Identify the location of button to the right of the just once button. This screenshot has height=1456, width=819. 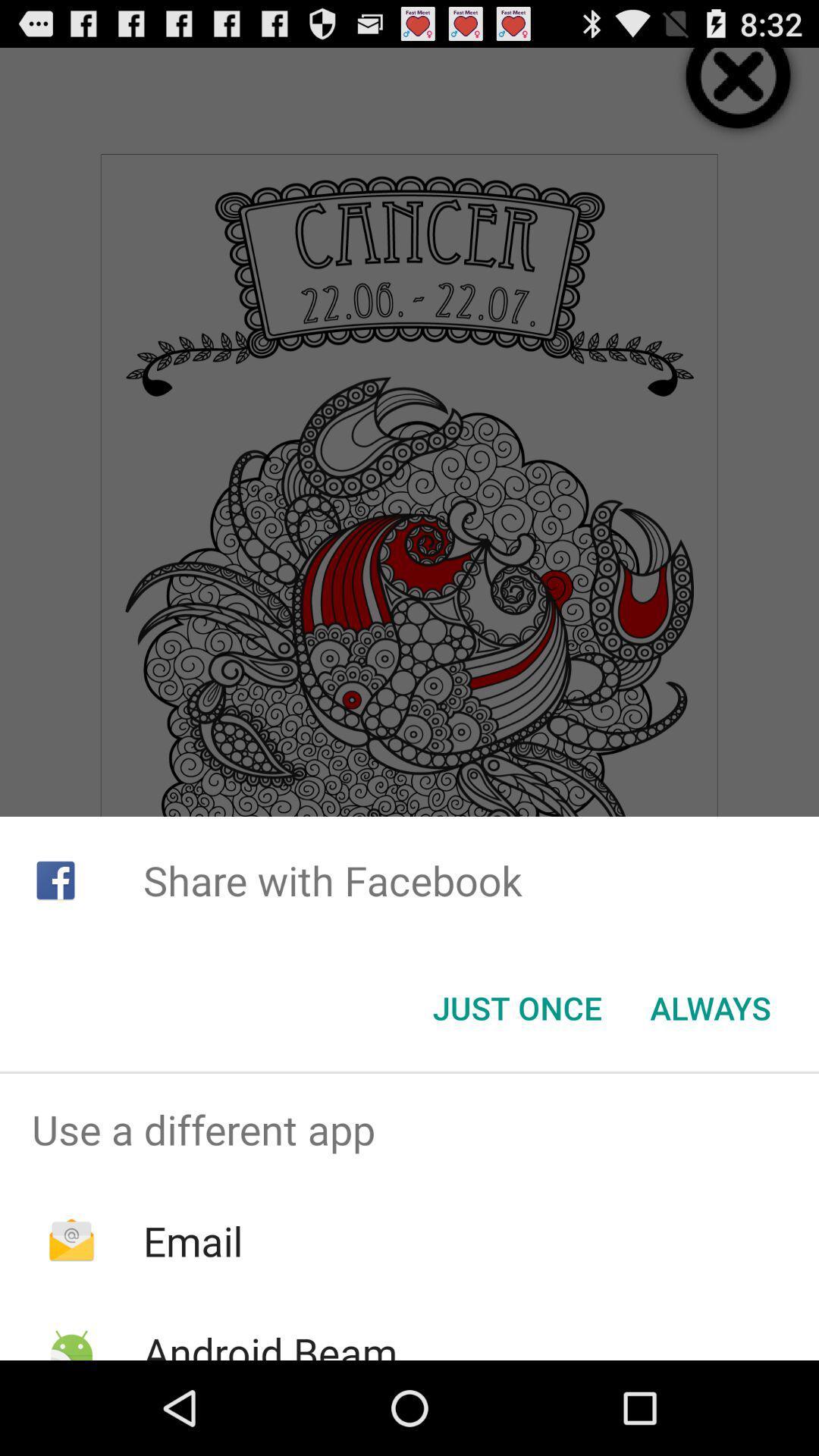
(711, 1008).